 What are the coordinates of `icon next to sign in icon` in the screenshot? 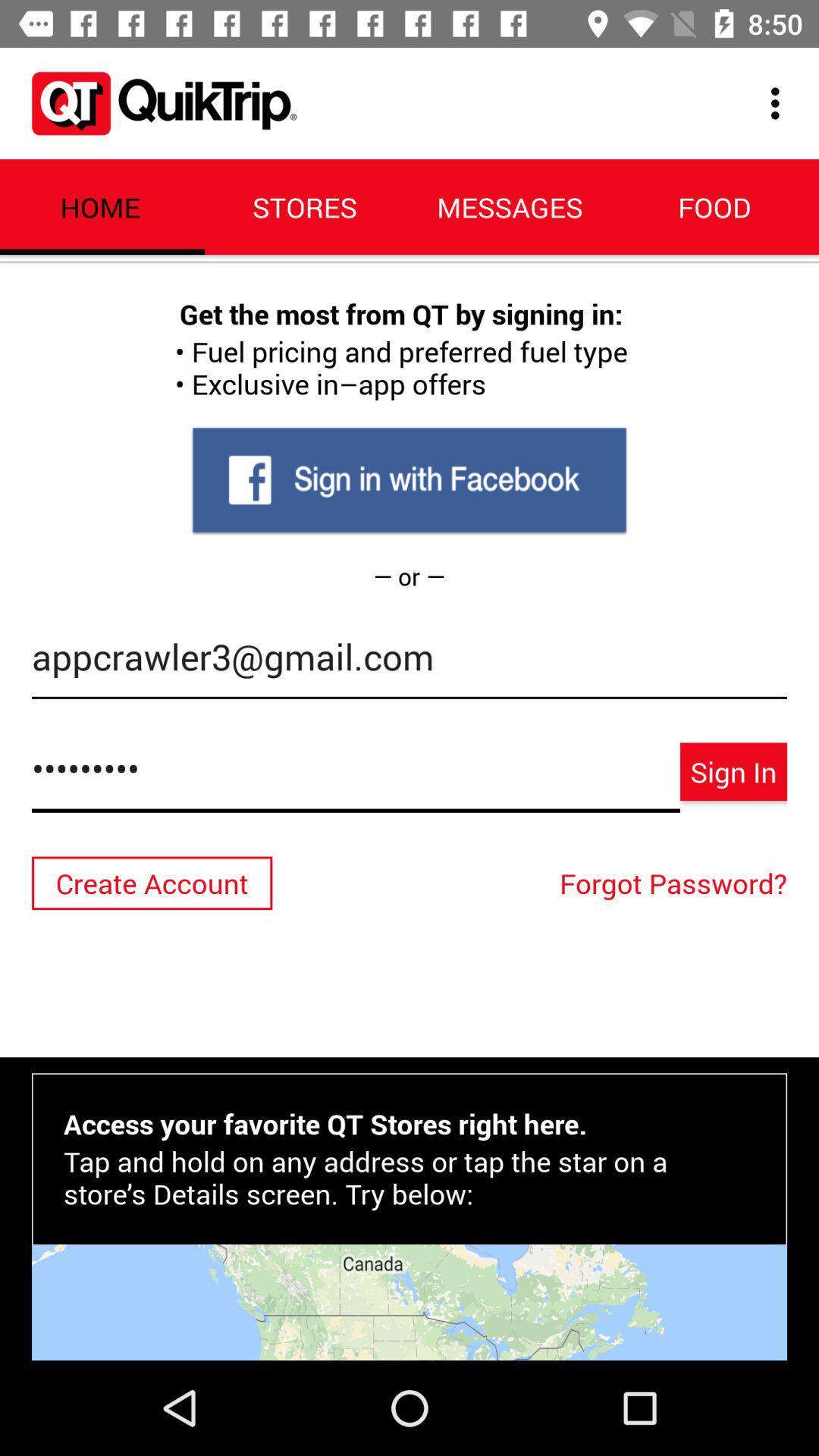 It's located at (356, 777).